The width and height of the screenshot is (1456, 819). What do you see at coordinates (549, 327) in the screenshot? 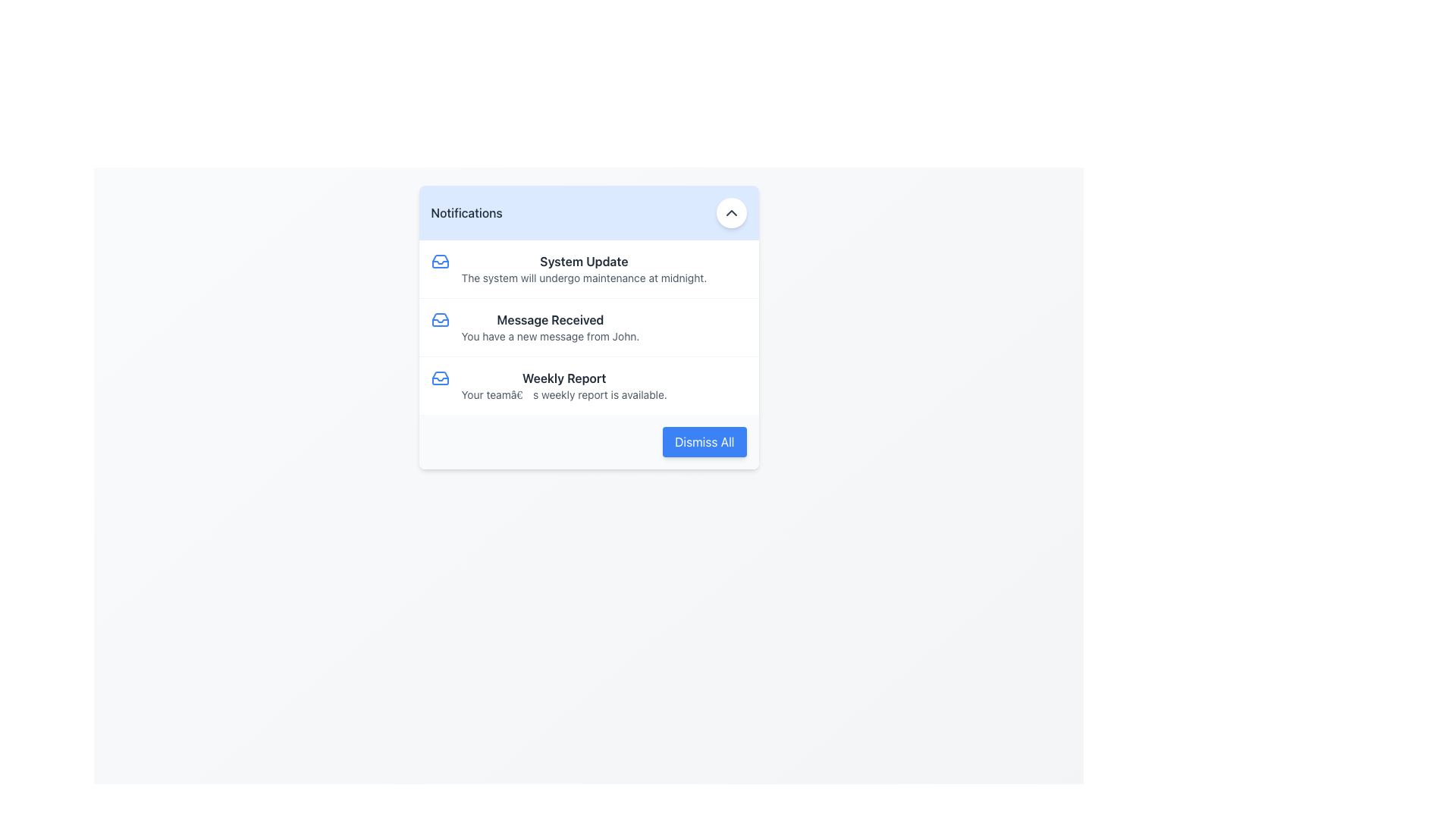
I see `the Text Display labeled 'Message Received' which contains the subtext 'You have a new message from John.'` at bounding box center [549, 327].